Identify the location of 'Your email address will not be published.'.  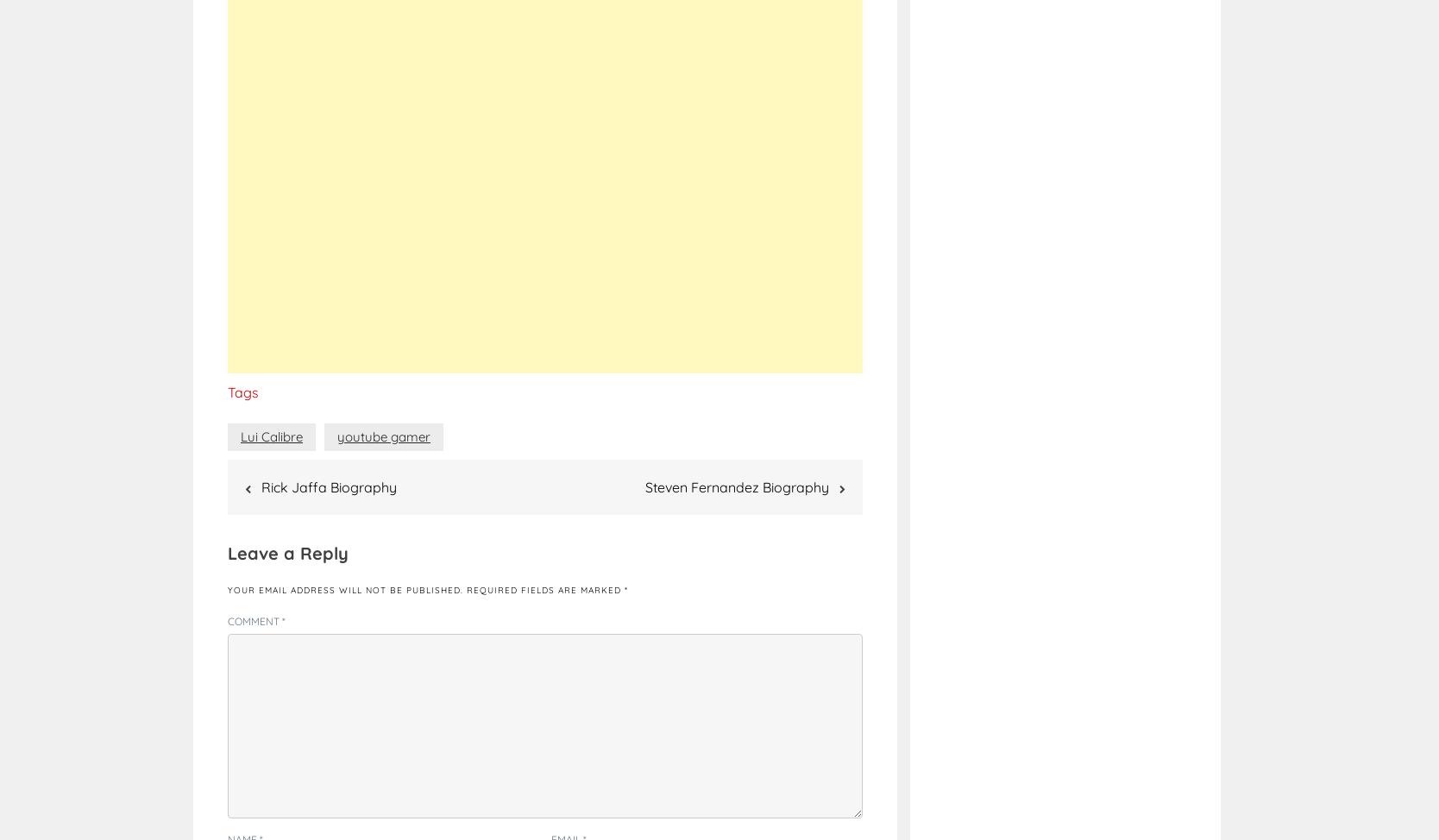
(227, 590).